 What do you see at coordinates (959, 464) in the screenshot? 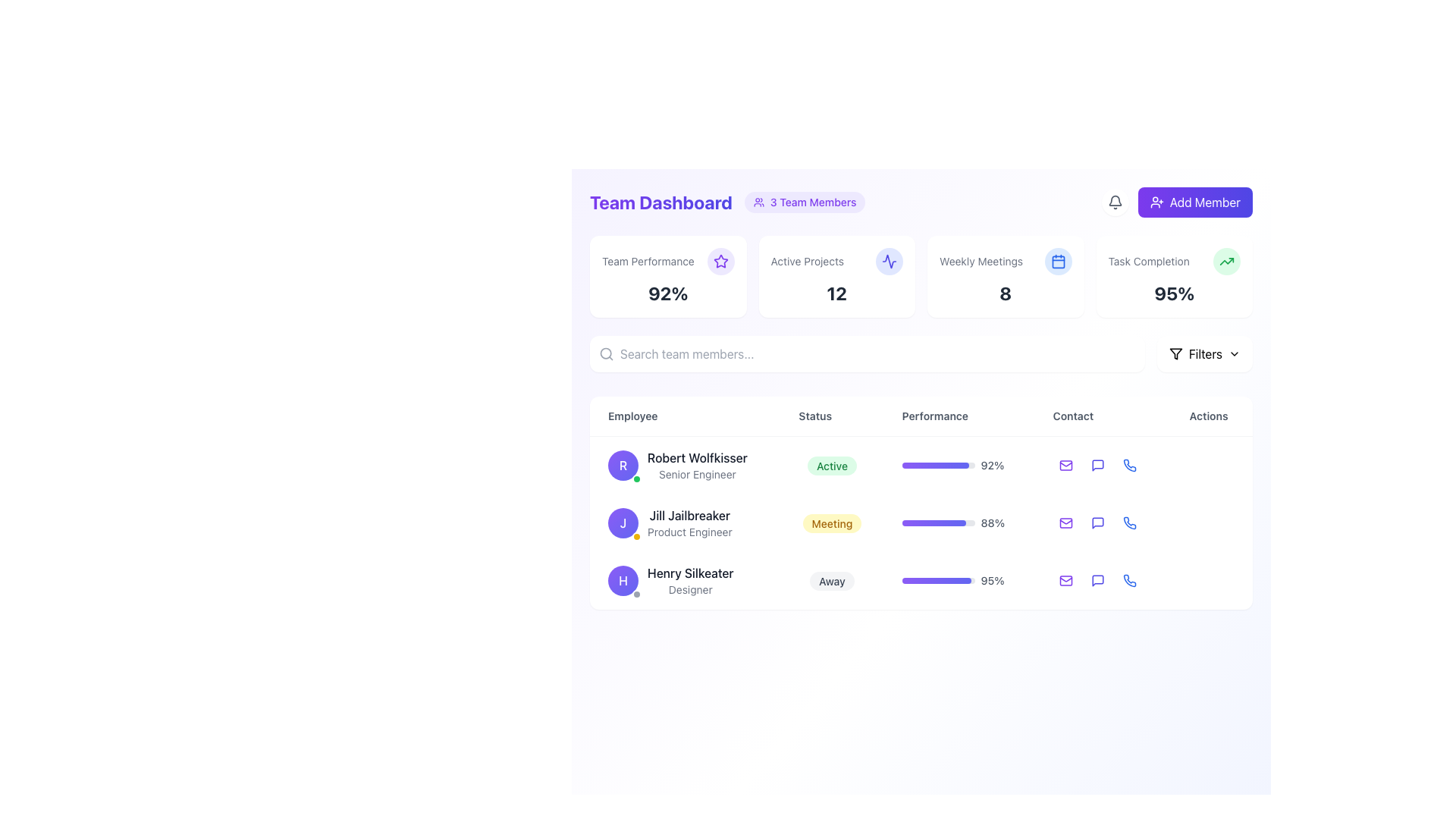
I see `the progress bar with numerical label located in the 'Performance' column of the first row associated with 'Robert Wolfkisser'` at bounding box center [959, 464].